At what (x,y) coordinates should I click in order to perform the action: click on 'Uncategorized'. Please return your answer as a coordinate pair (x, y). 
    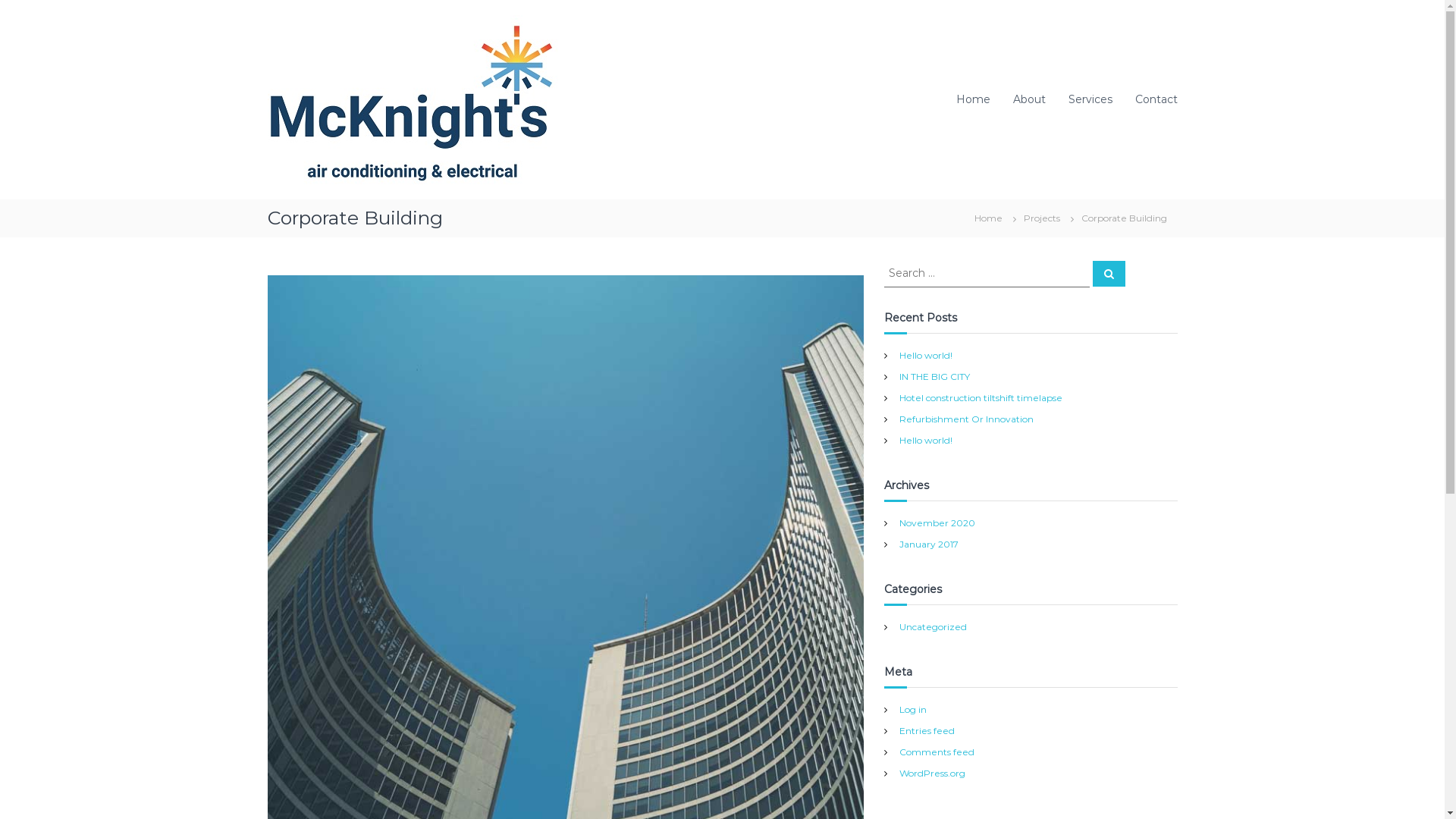
    Looking at the image, I should click on (932, 626).